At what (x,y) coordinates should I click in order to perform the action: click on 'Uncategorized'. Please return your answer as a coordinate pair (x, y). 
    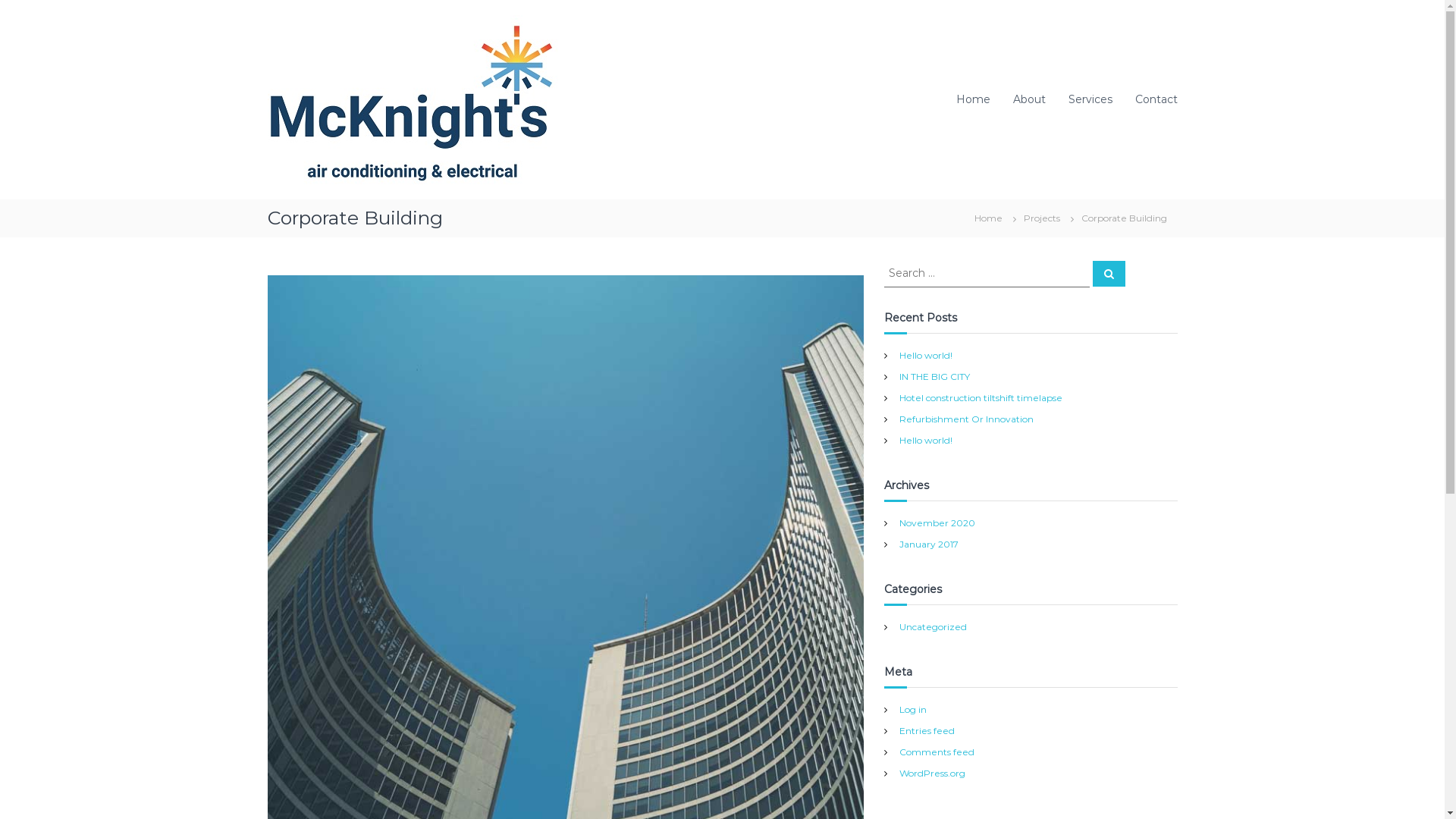
    Looking at the image, I should click on (932, 626).